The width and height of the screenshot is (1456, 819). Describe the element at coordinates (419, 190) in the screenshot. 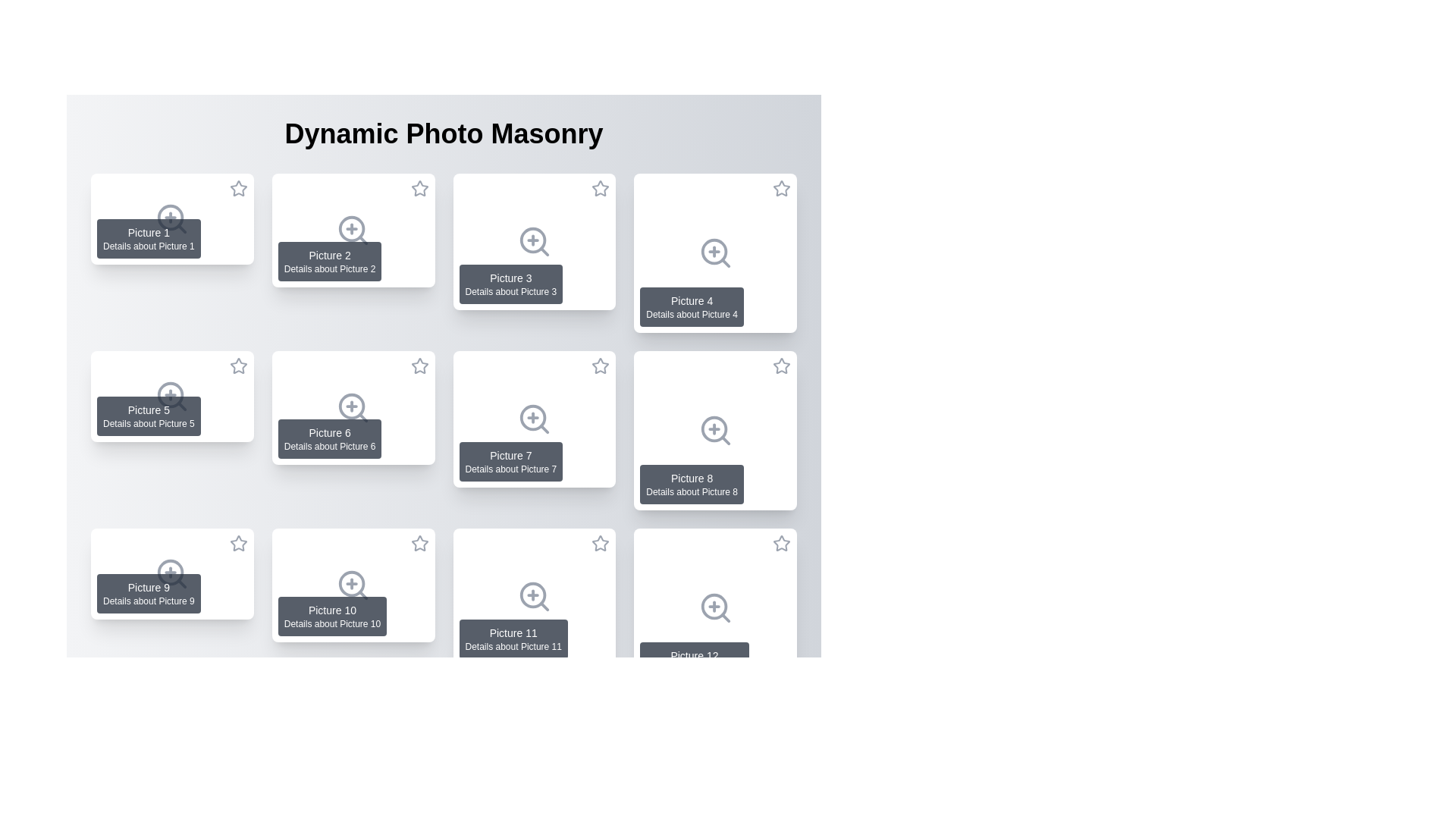

I see `the gray star icon located in the top-right corner of the card labeled 'Picture 2'` at that location.